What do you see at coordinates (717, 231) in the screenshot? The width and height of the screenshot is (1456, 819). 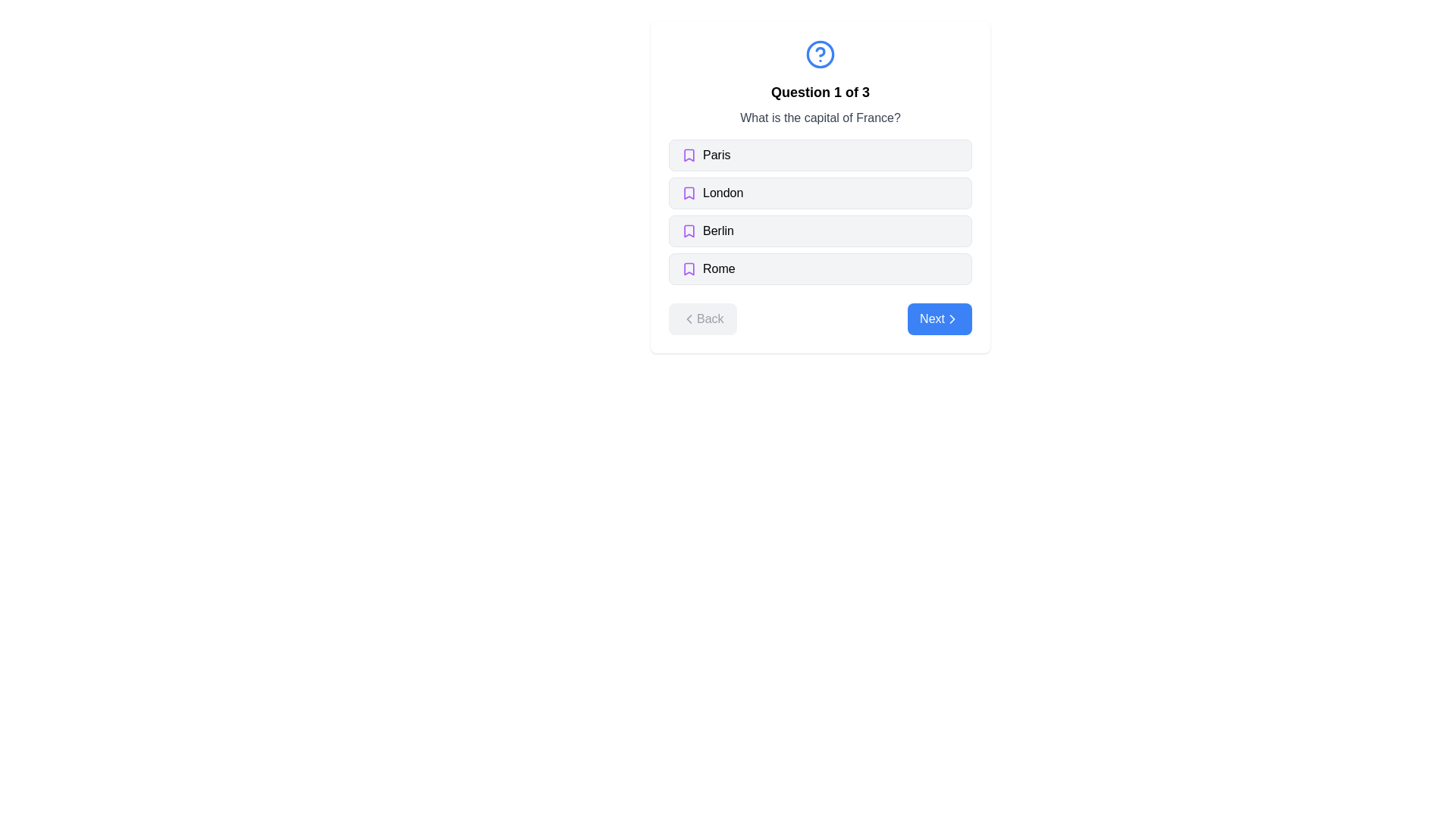 I see `the text 'Berlin', which is centrally positioned in the third option row under the question 'What is the capital of France?'` at bounding box center [717, 231].